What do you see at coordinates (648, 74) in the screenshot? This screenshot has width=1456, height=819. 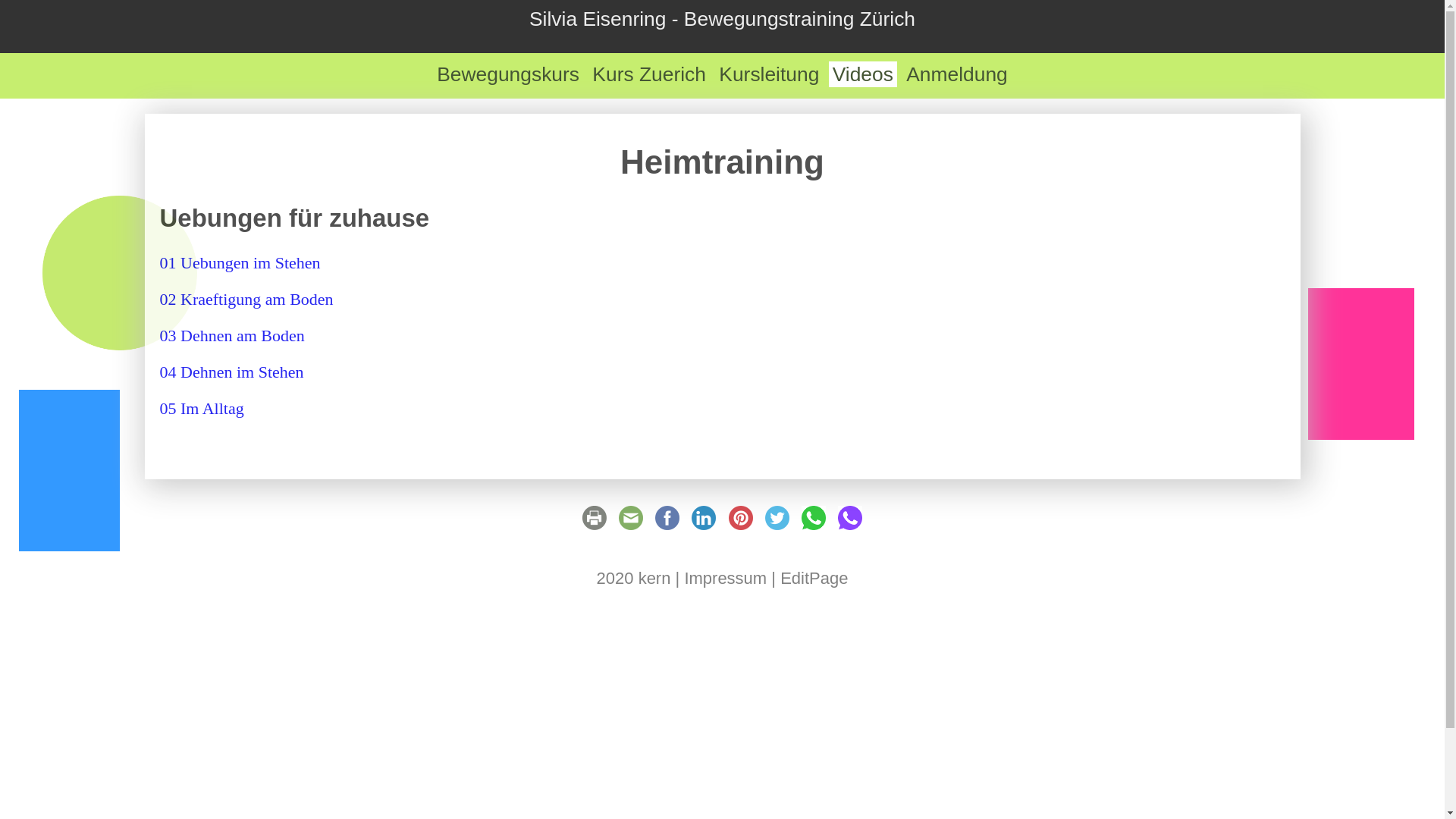 I see `'Kurs Zuerich'` at bounding box center [648, 74].